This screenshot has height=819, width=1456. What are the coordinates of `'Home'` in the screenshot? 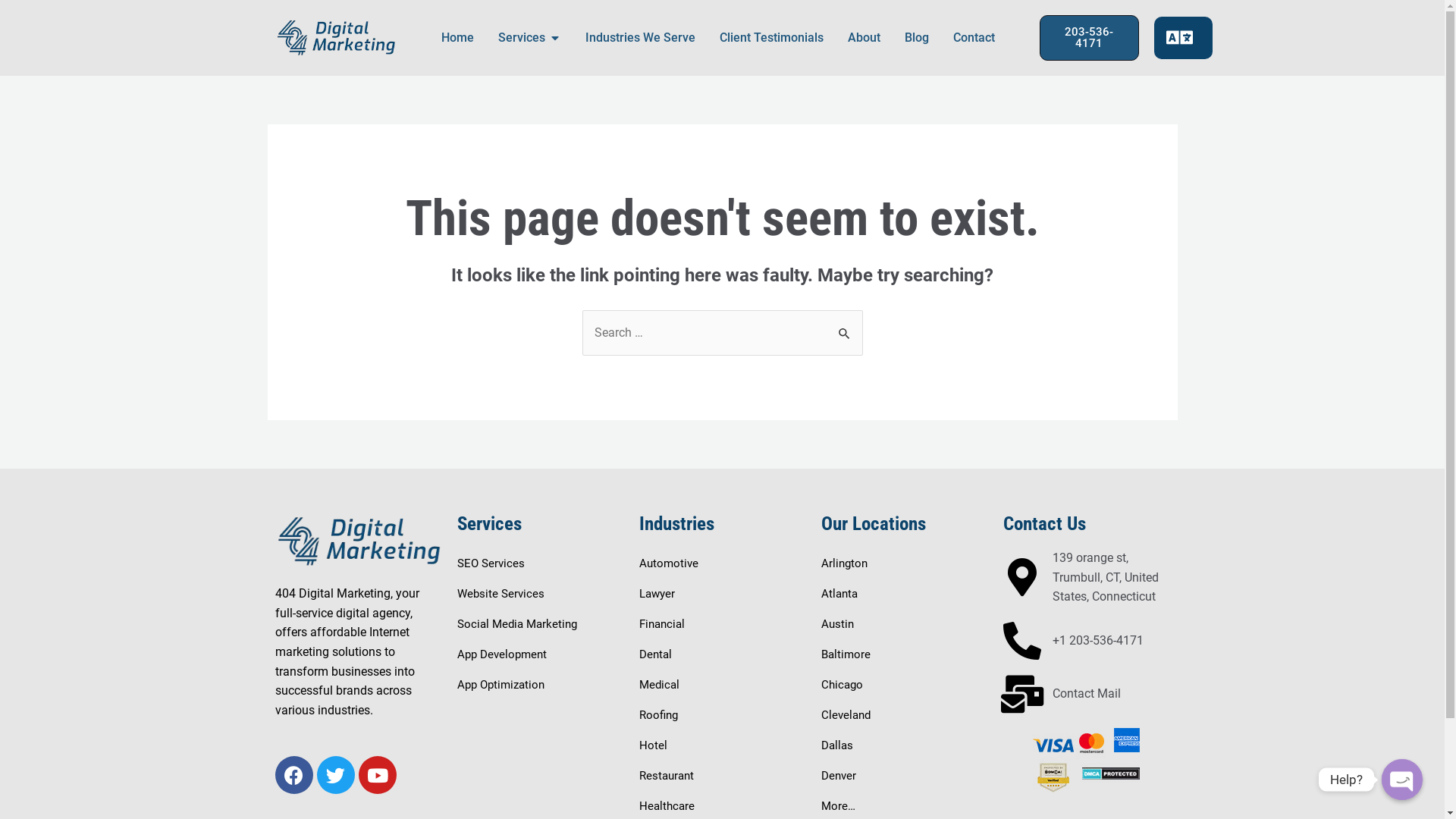 It's located at (457, 37).